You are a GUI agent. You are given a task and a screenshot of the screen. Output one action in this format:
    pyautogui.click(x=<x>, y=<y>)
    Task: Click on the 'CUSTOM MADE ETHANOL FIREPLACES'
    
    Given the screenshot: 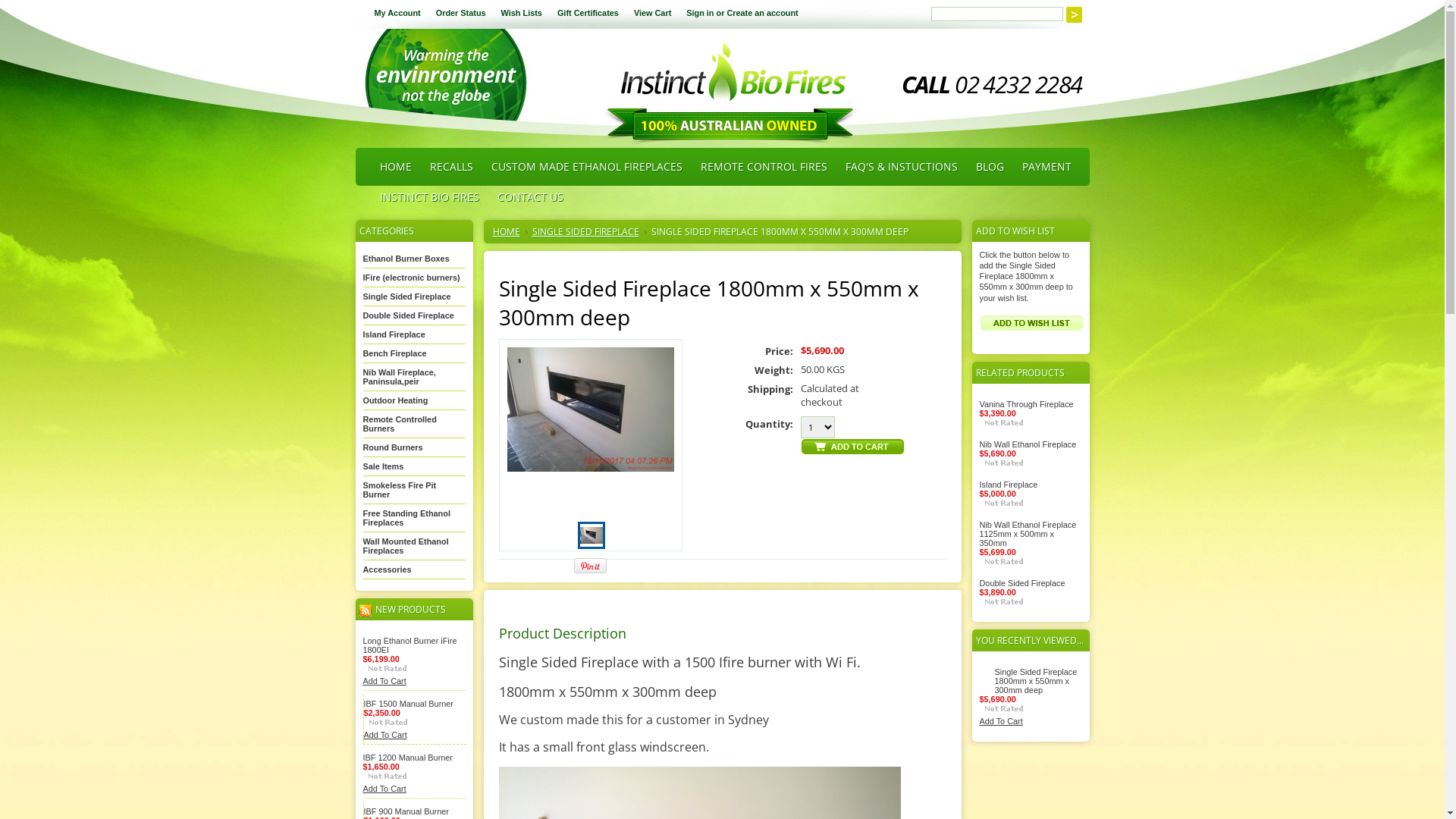 What is the action you would take?
    pyautogui.click(x=585, y=166)
    